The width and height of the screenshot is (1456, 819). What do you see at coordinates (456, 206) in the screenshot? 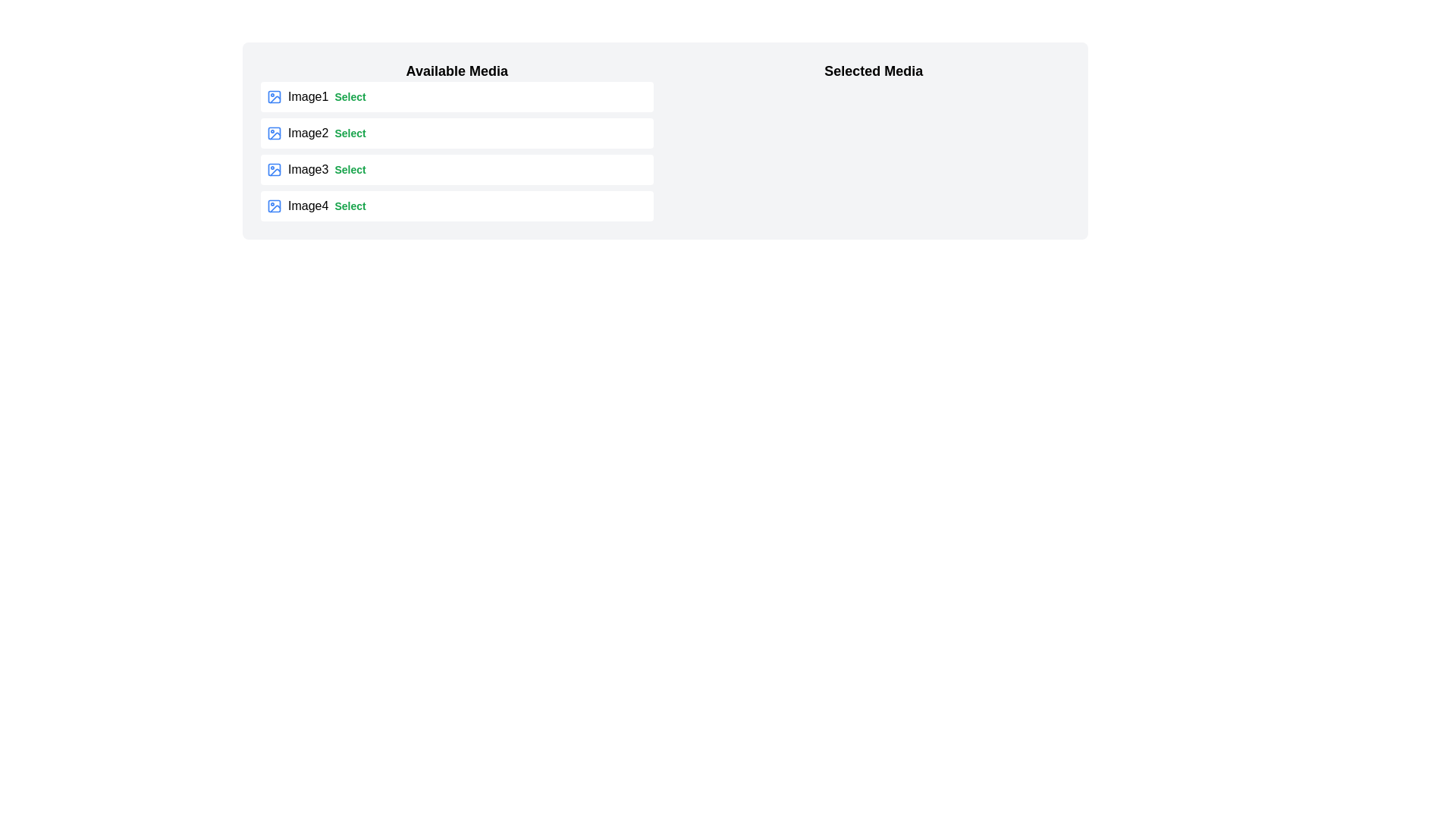
I see `the 'Select' link of the List item labeled 'Image4'` at bounding box center [456, 206].